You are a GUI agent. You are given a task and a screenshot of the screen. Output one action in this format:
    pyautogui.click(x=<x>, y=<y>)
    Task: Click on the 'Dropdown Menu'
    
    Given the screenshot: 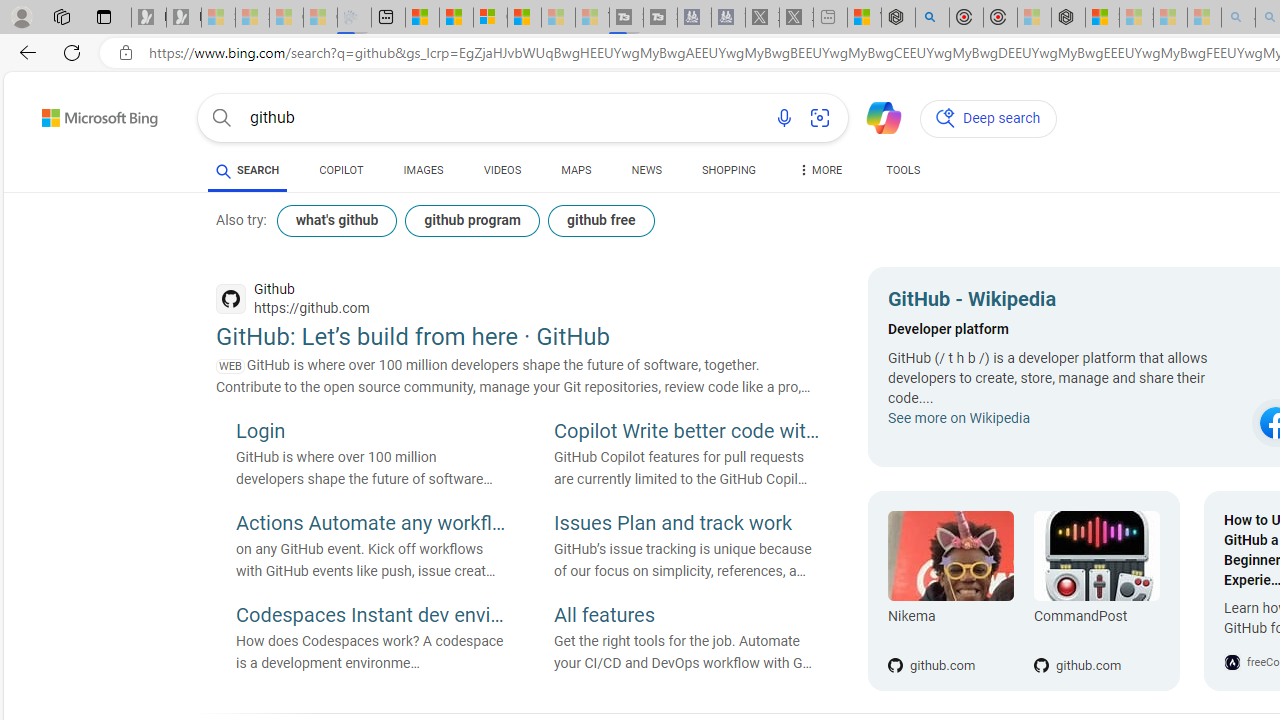 What is the action you would take?
    pyautogui.click(x=819, y=170)
    